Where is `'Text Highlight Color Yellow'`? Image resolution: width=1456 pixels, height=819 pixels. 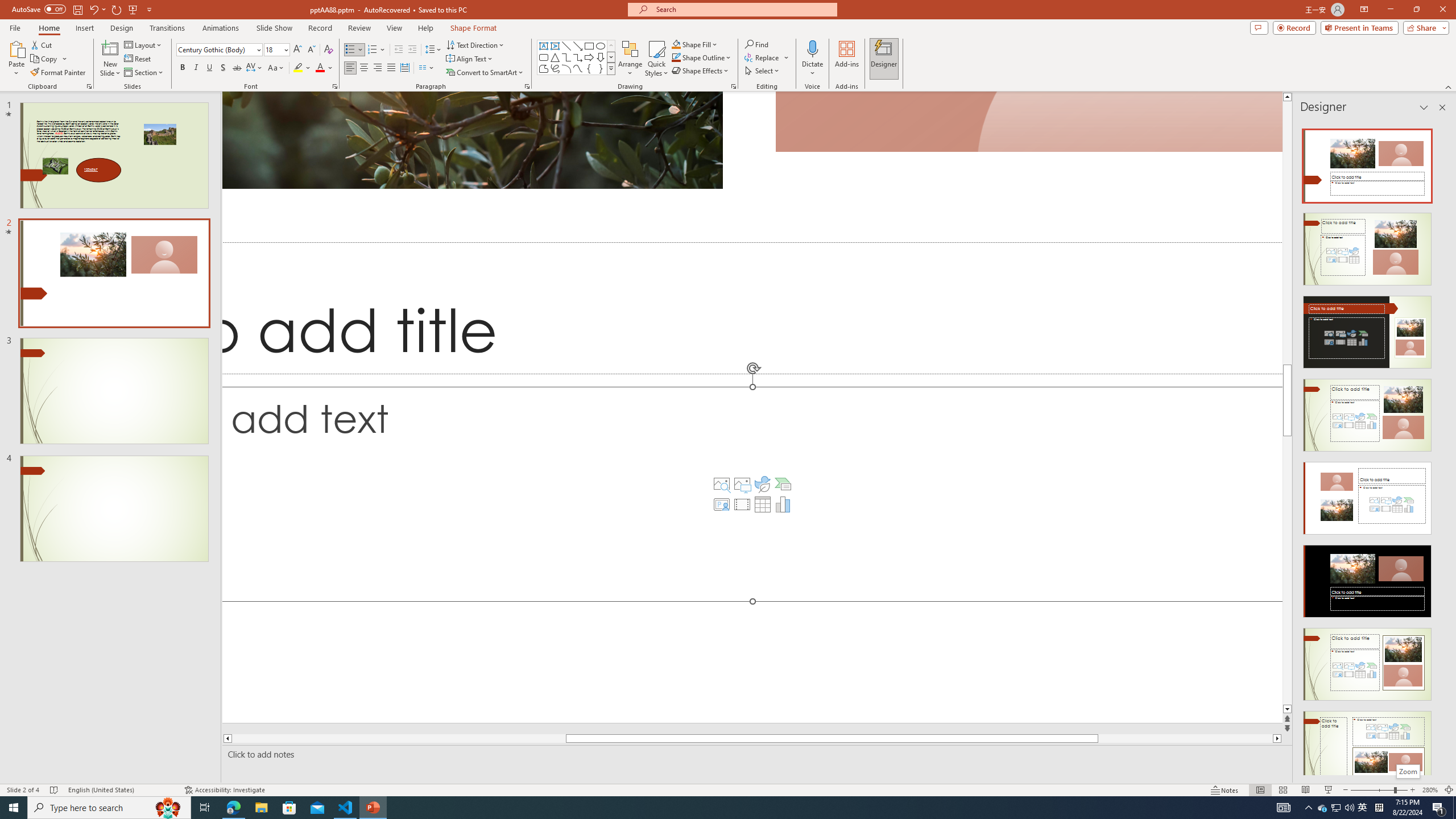
'Text Highlight Color Yellow' is located at coordinates (297, 67).